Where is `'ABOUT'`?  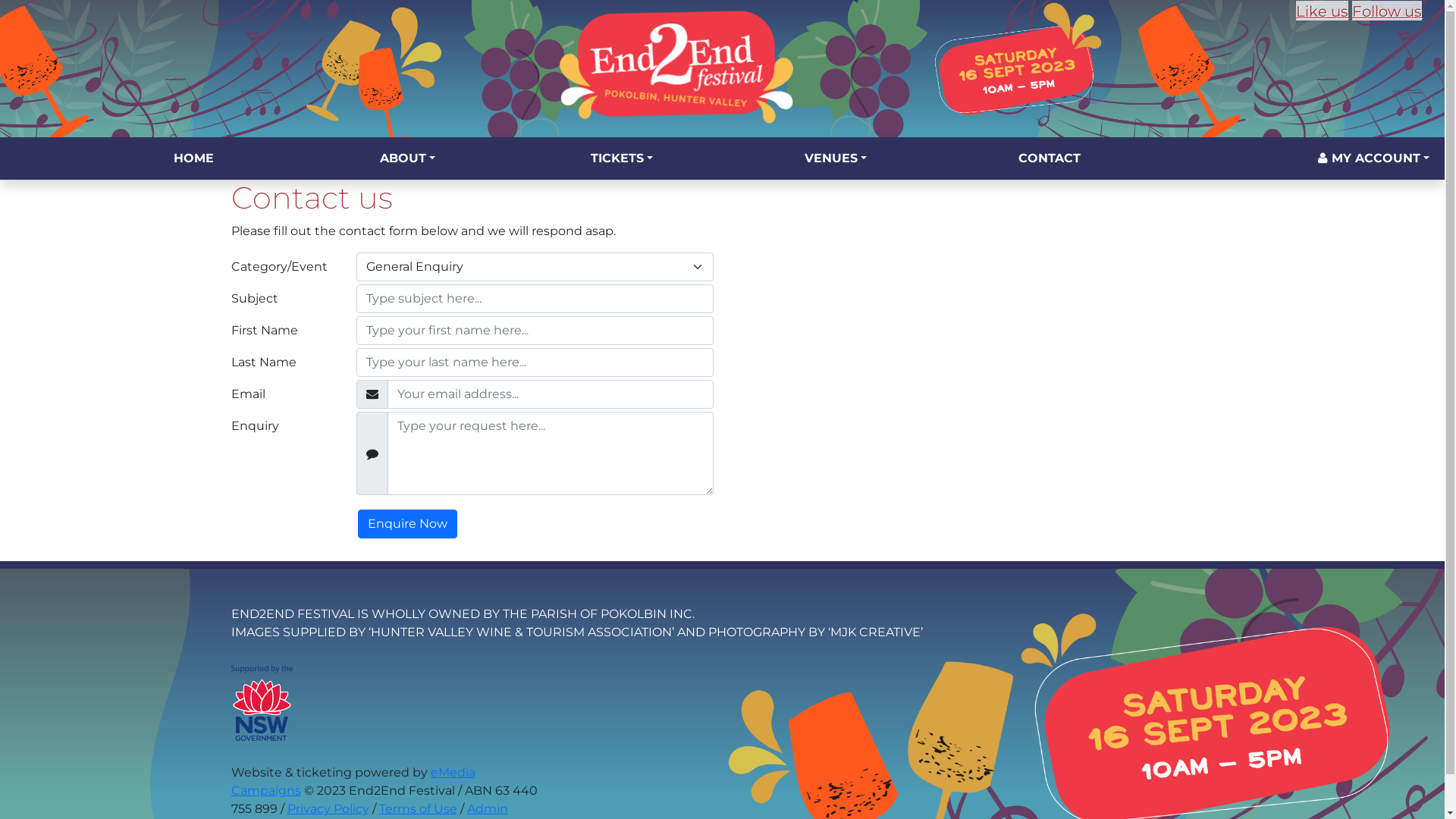
'ABOUT' is located at coordinates (407, 158).